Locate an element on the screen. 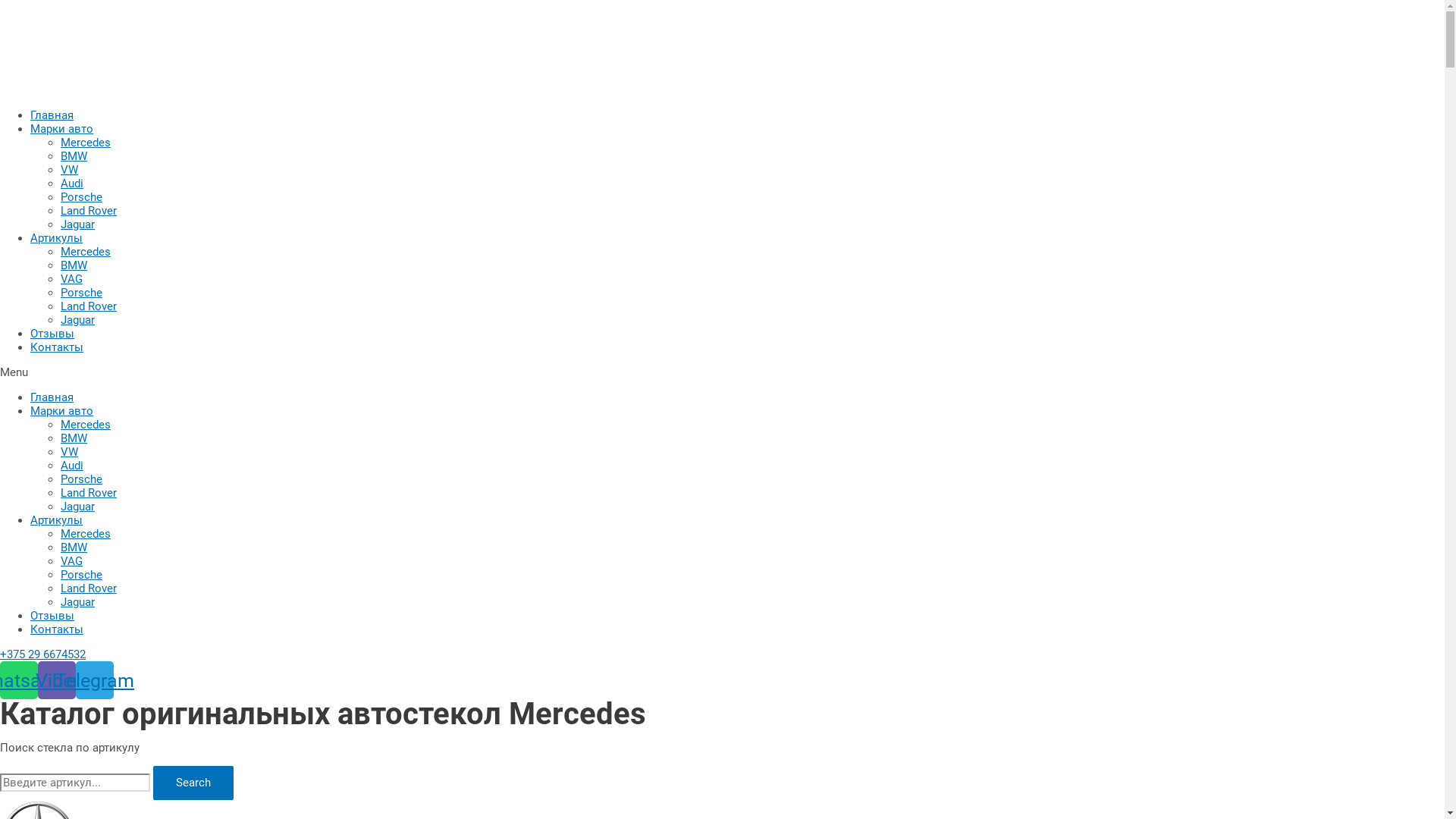 The width and height of the screenshot is (1456, 819). 'Land Rover' is located at coordinates (87, 493).